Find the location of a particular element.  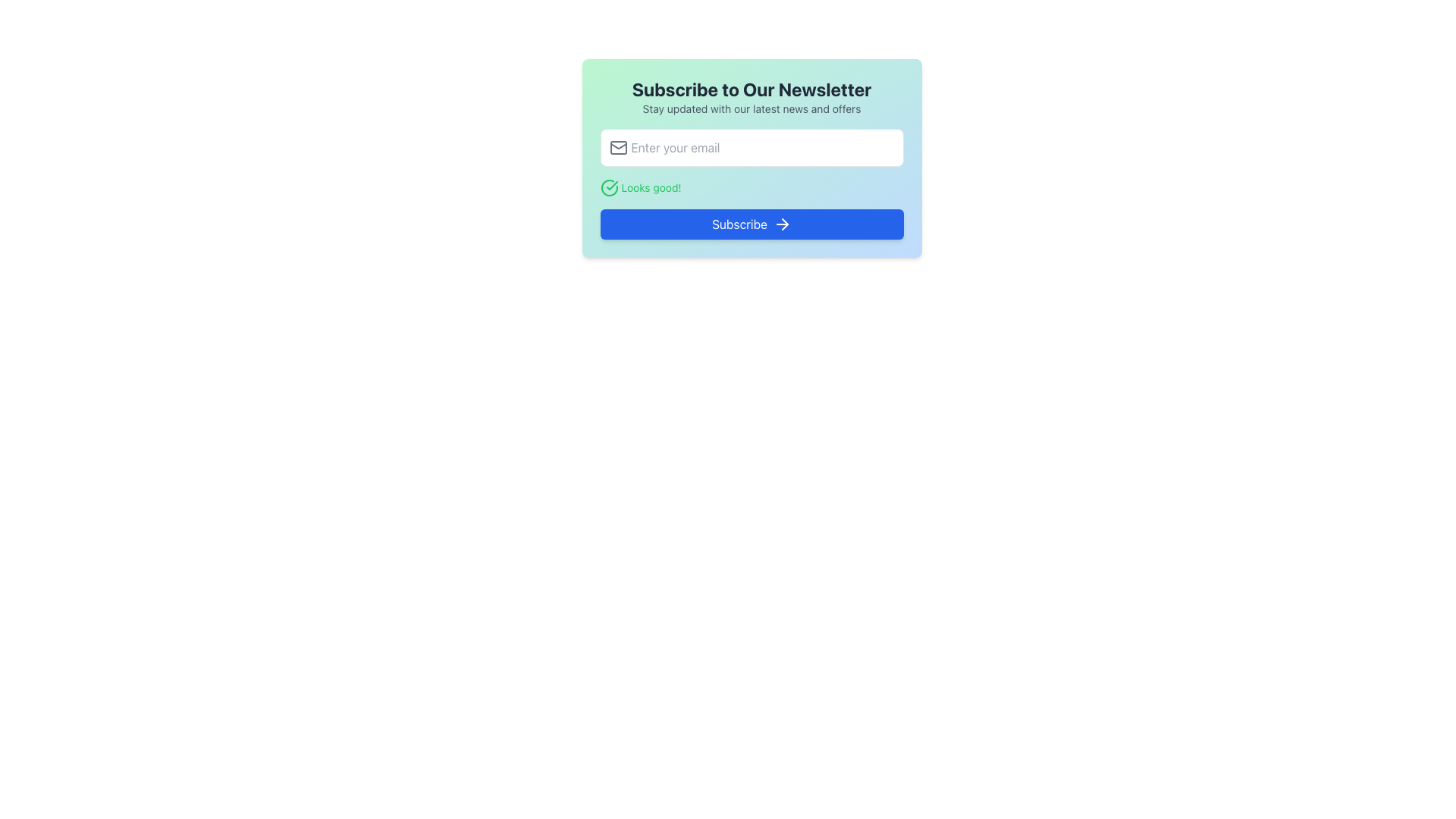

the 'Subscribe' button that contains the chevron SVG element, which visually enhances the button suggesting forward navigation is located at coordinates (785, 224).